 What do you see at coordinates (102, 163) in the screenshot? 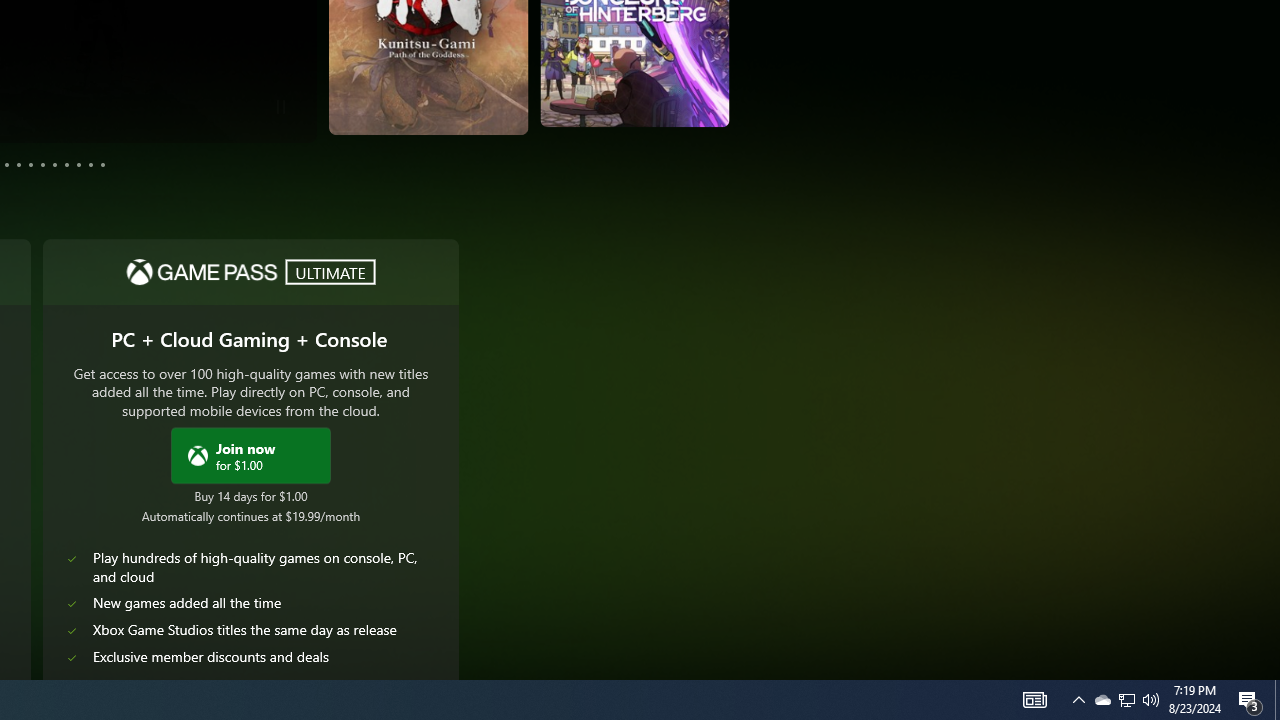
I see `'Page 12'` at bounding box center [102, 163].